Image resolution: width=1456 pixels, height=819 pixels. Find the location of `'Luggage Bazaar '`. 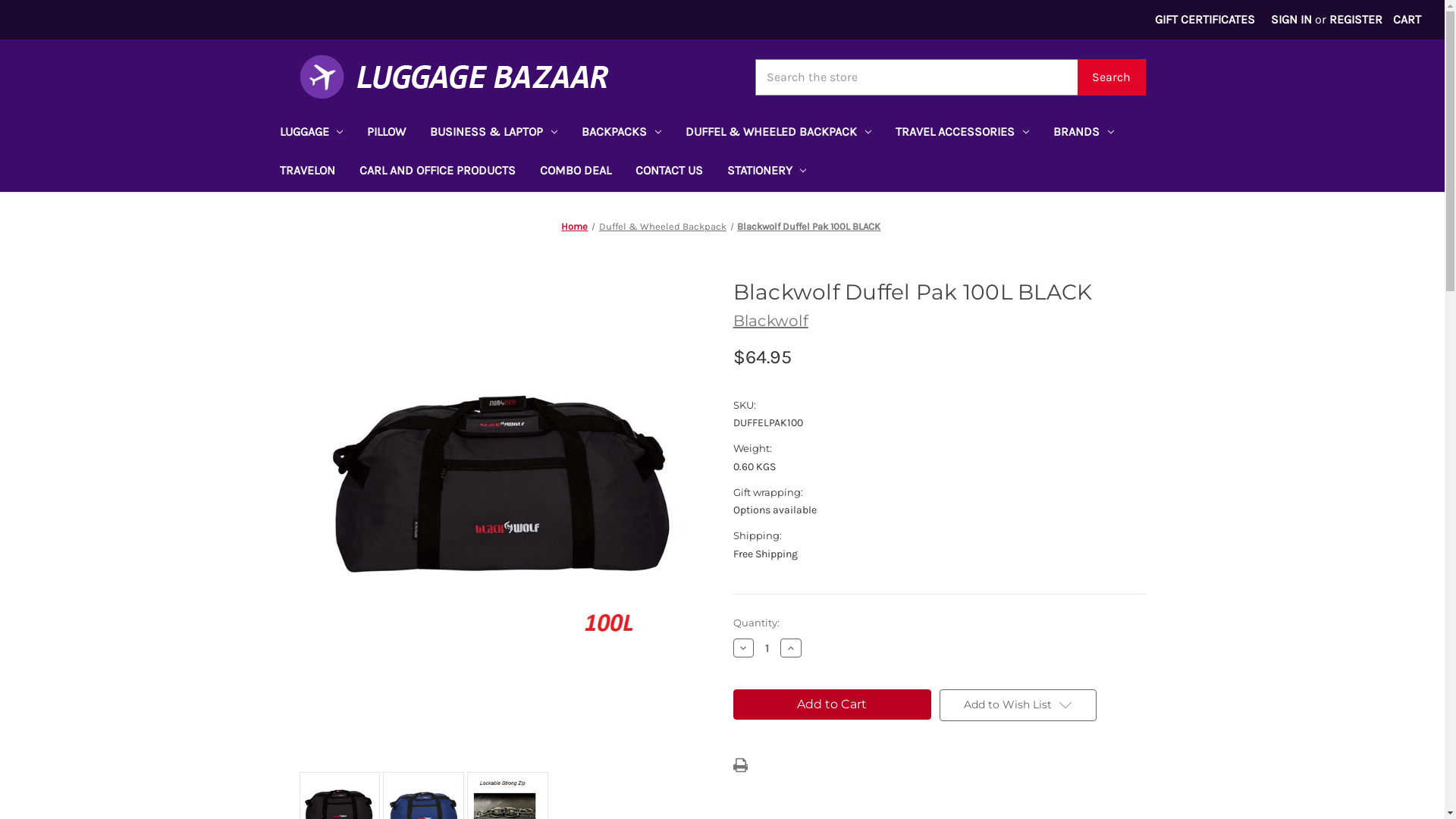

'Luggage Bazaar ' is located at coordinates (453, 77).